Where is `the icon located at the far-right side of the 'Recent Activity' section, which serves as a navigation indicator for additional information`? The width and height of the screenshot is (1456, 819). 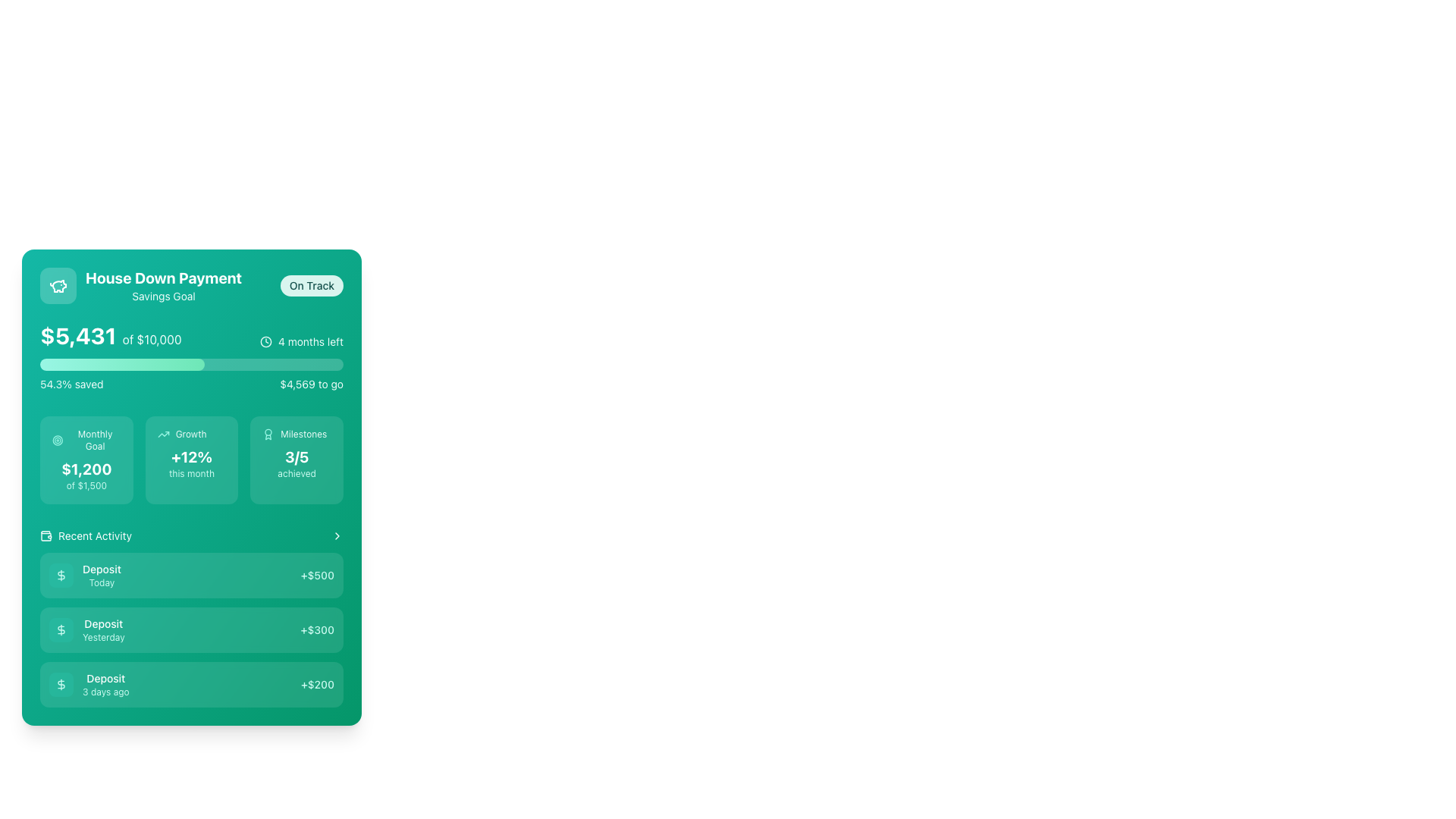
the icon located at the far-right side of the 'Recent Activity' section, which serves as a navigation indicator for additional information is located at coordinates (337, 535).